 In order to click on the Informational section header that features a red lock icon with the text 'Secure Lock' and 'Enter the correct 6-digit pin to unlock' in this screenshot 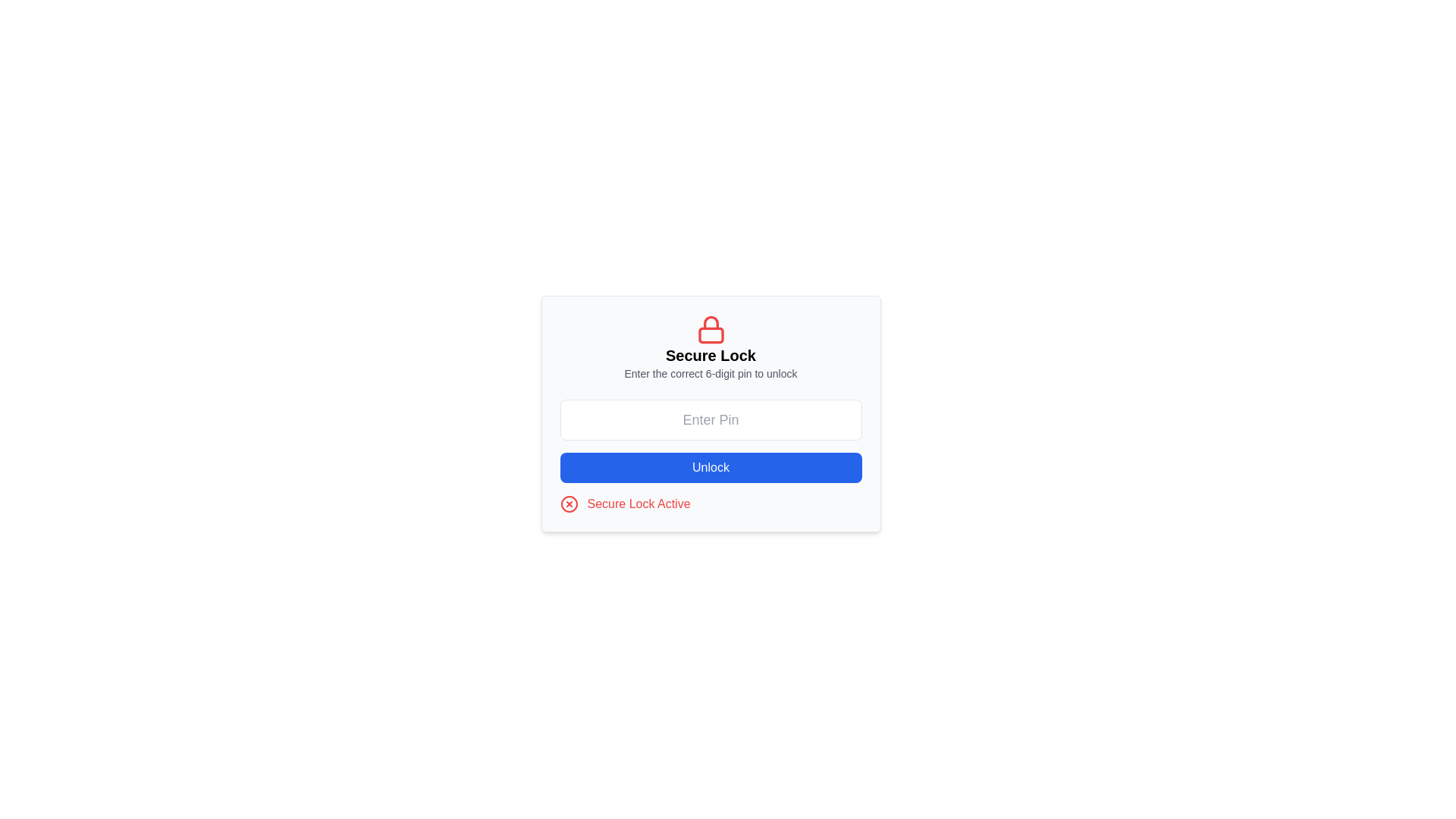, I will do `click(710, 348)`.